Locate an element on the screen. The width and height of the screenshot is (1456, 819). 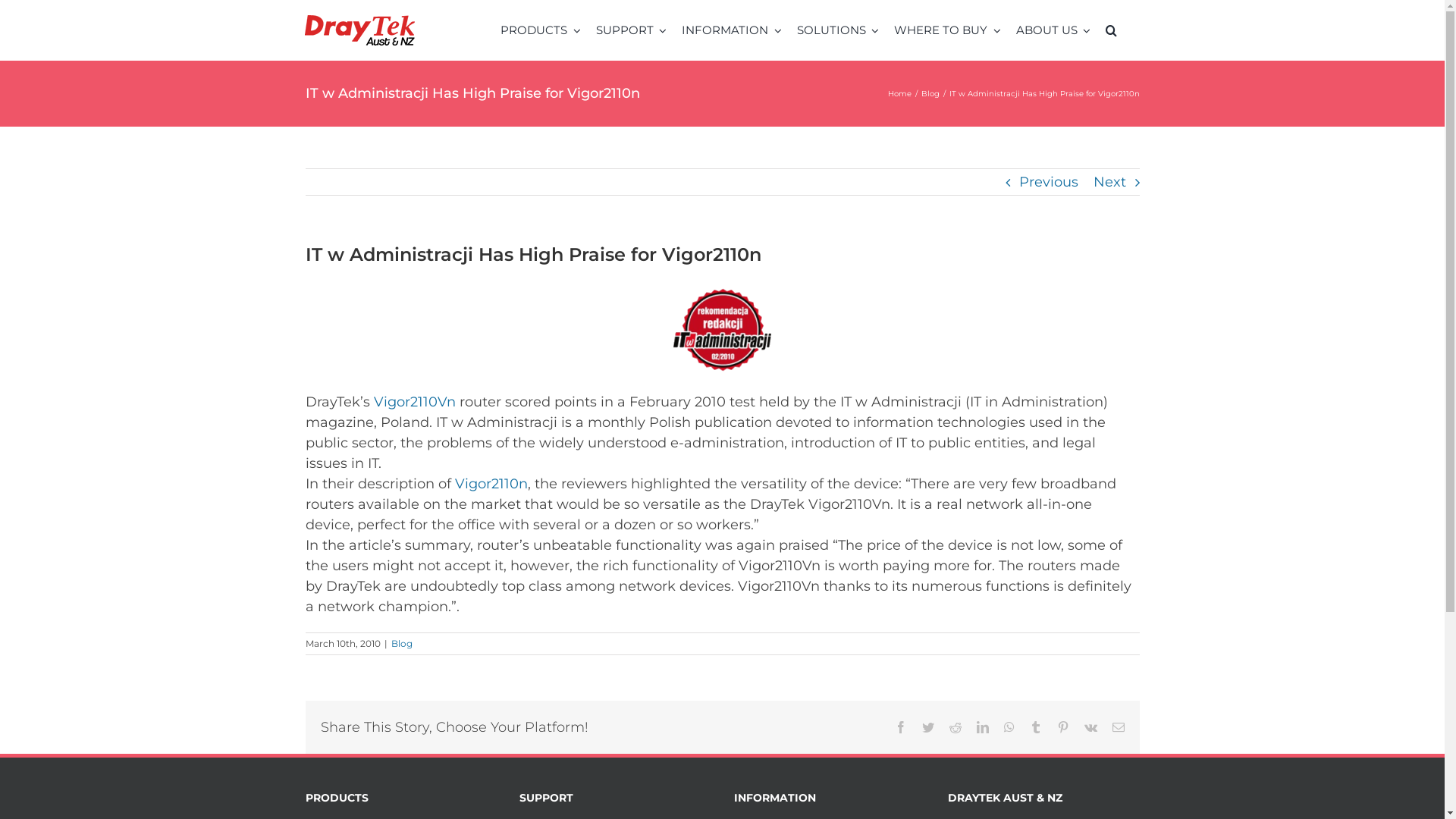
'Next' is located at coordinates (1109, 180).